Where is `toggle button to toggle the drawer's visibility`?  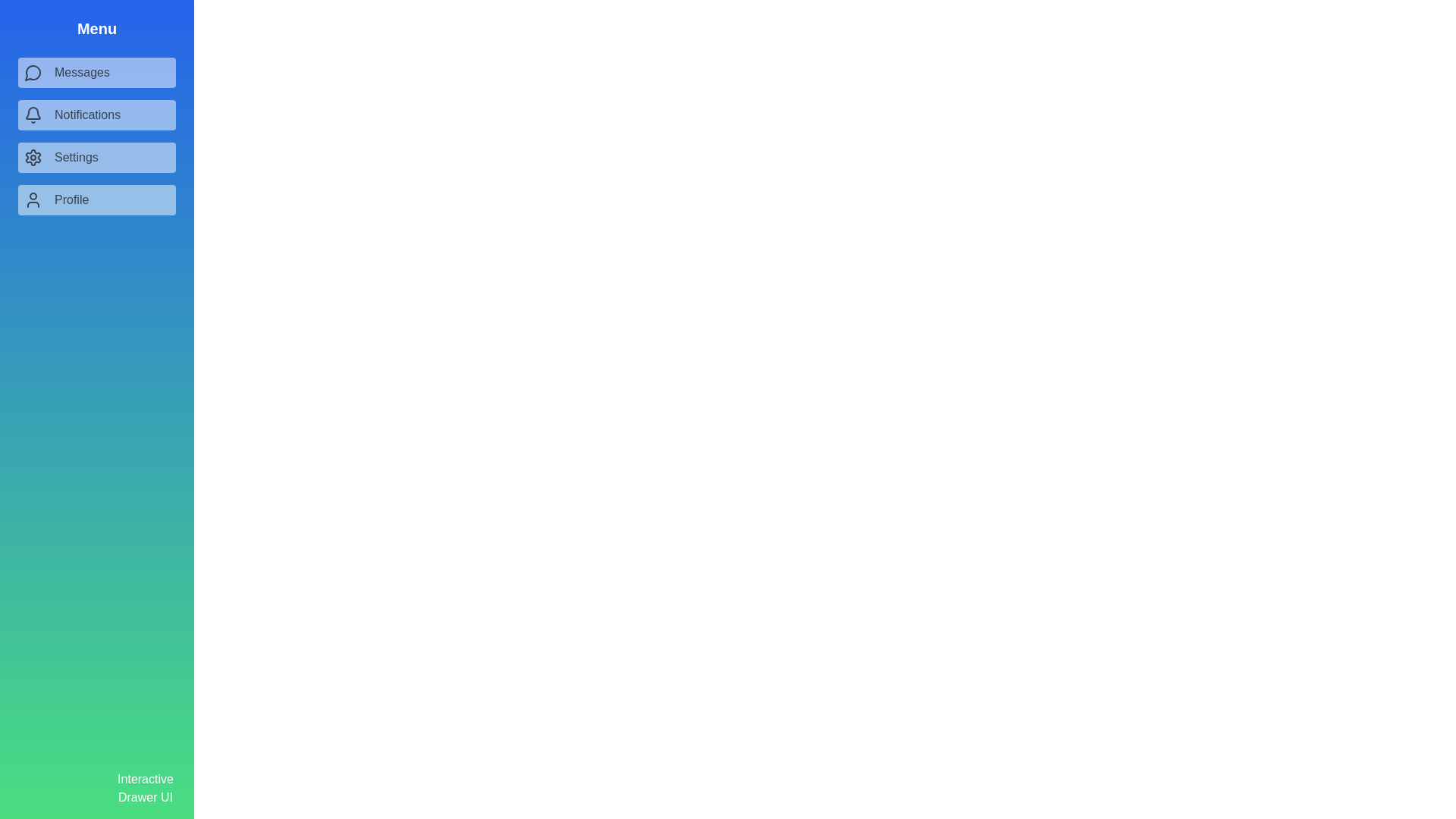 toggle button to toggle the drawer's visibility is located at coordinates (27, 27).